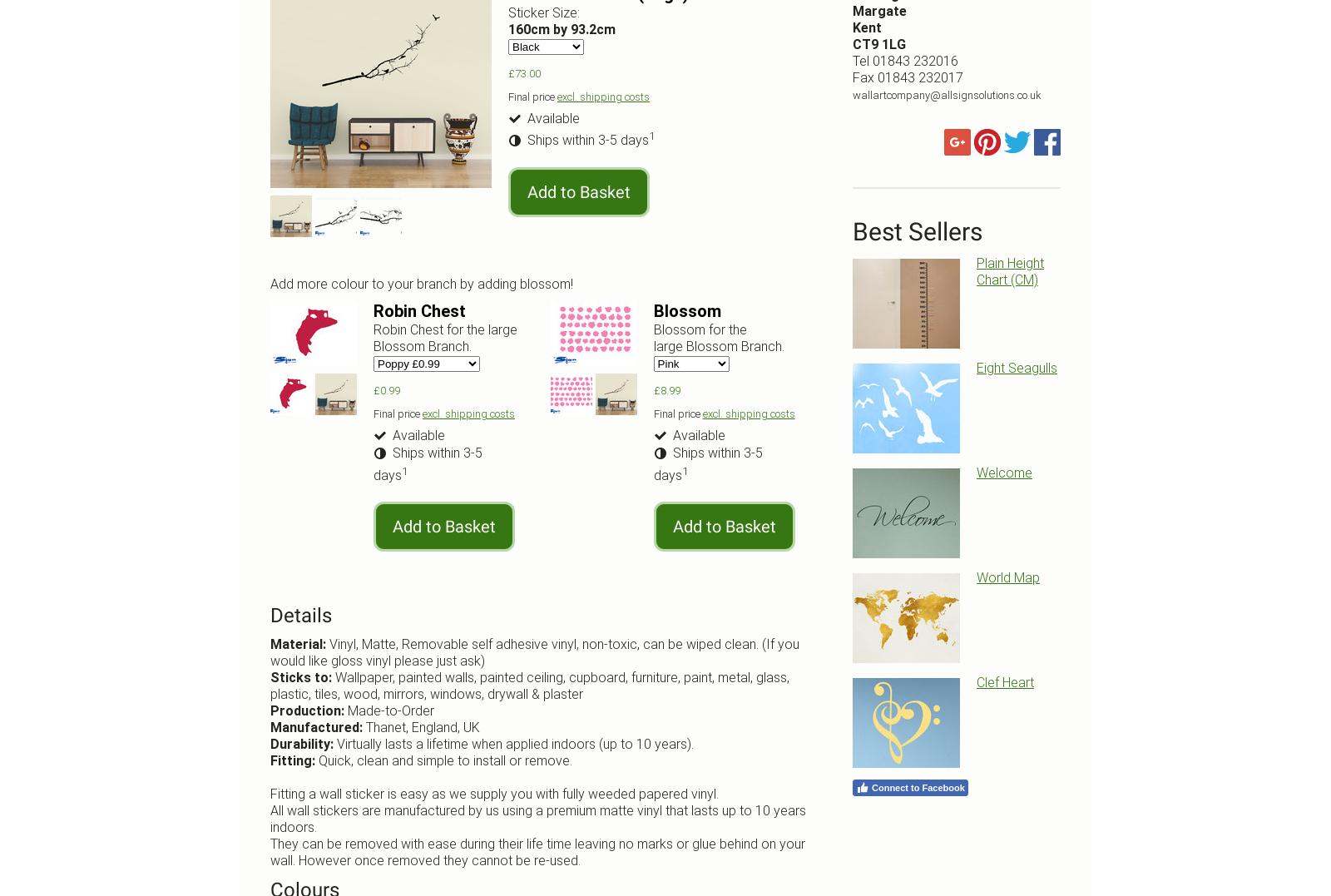 The width and height of the screenshot is (1331, 896). I want to click on 'Fitting:', so click(270, 759).